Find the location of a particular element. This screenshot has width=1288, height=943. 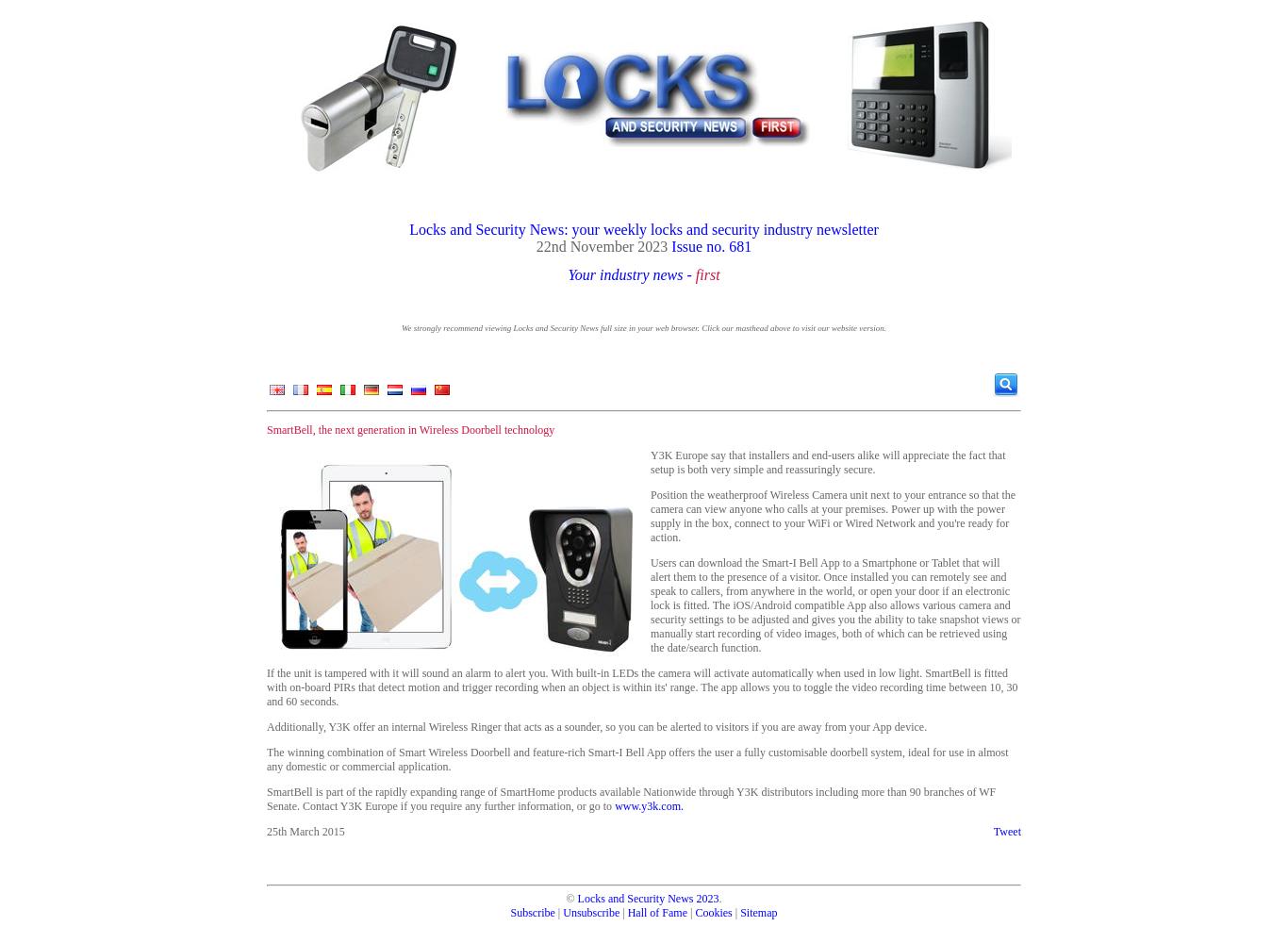

'Cookies' is located at coordinates (713, 912).